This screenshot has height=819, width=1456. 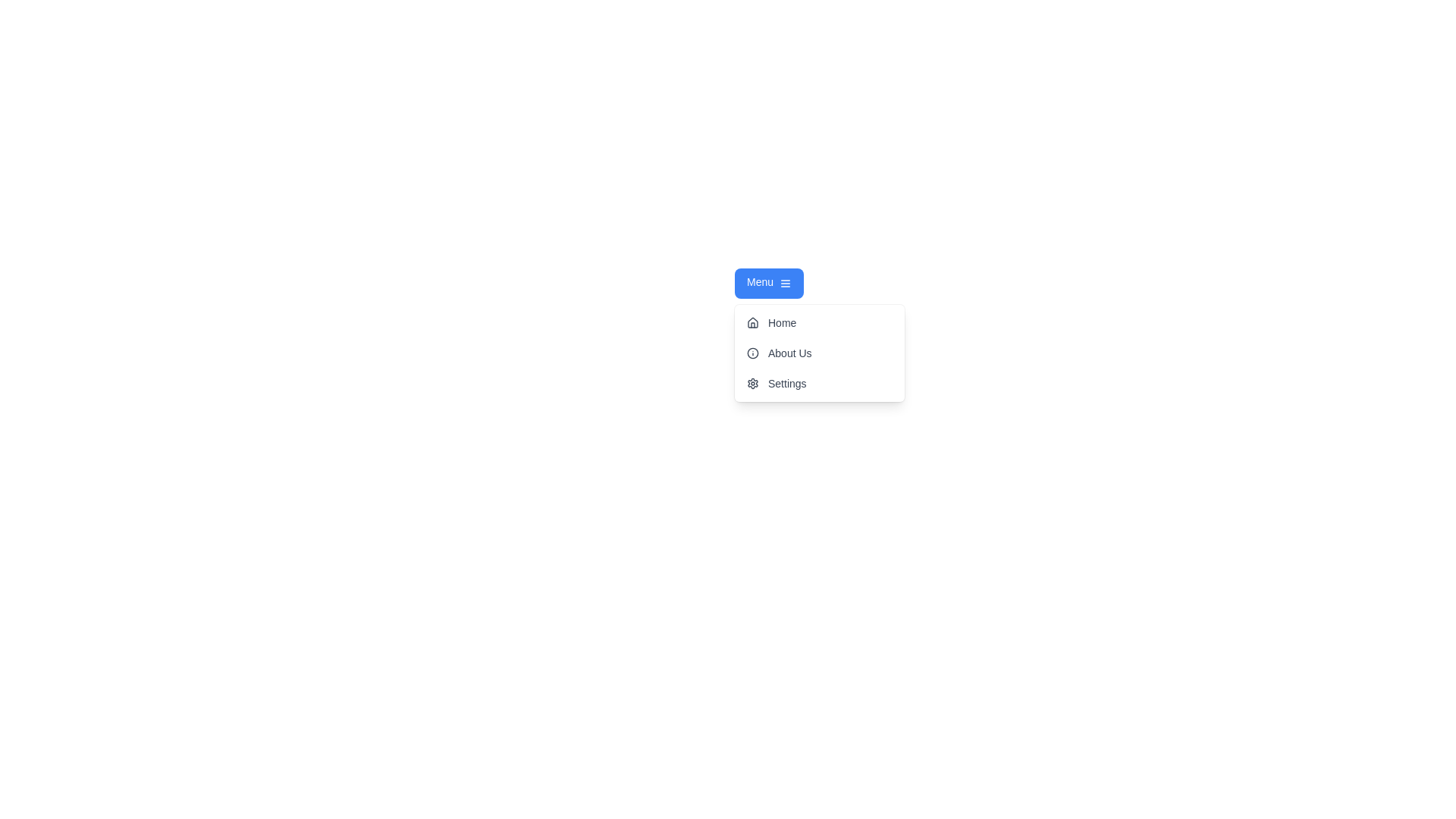 What do you see at coordinates (818, 353) in the screenshot?
I see `the second option in the dropdown menu located below the blue 'Menu' button` at bounding box center [818, 353].